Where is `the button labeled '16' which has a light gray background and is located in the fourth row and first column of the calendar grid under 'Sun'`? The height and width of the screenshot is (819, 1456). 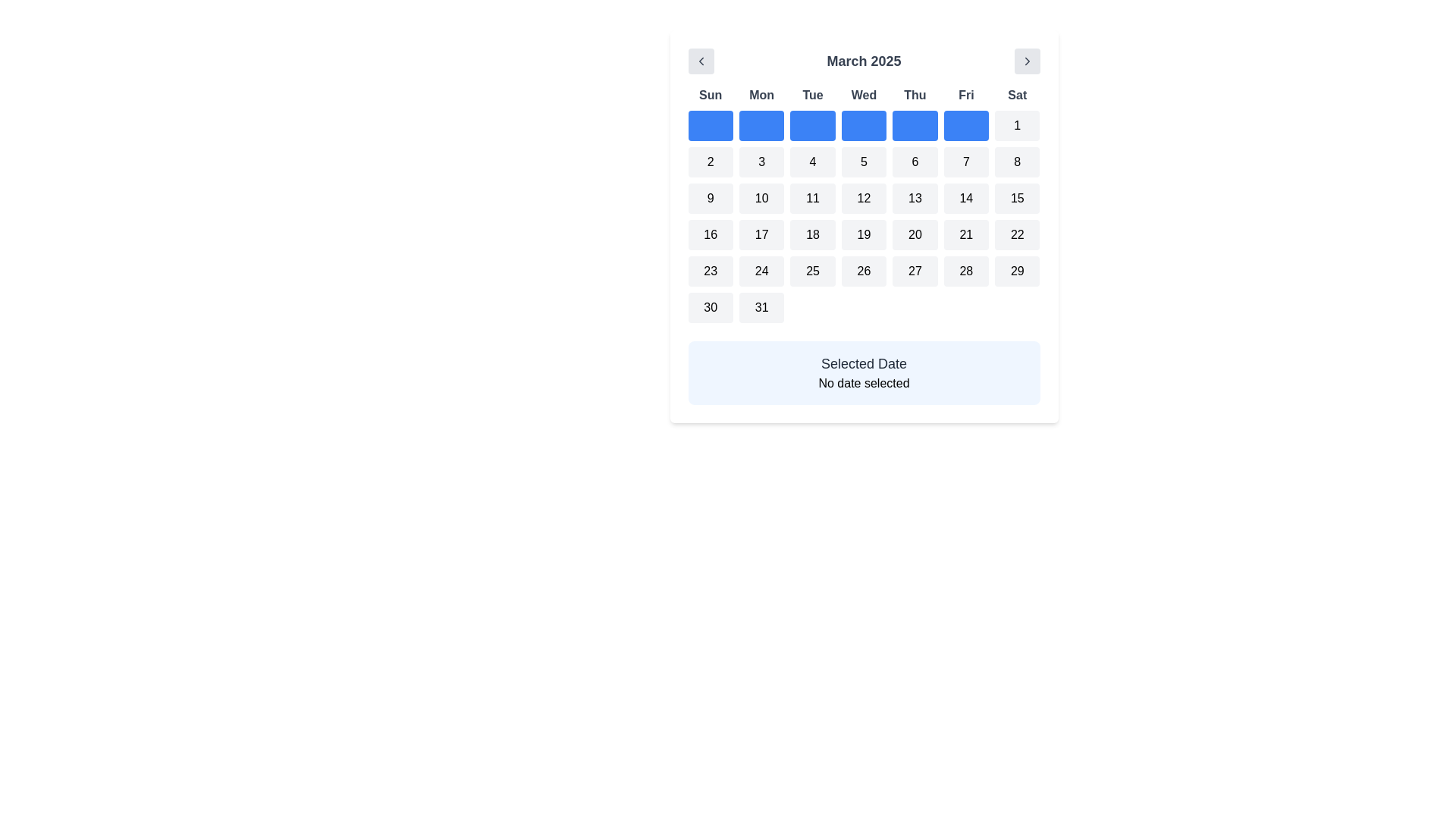
the button labeled '16' which has a light gray background and is located in the fourth row and first column of the calendar grid under 'Sun' is located at coordinates (710, 234).